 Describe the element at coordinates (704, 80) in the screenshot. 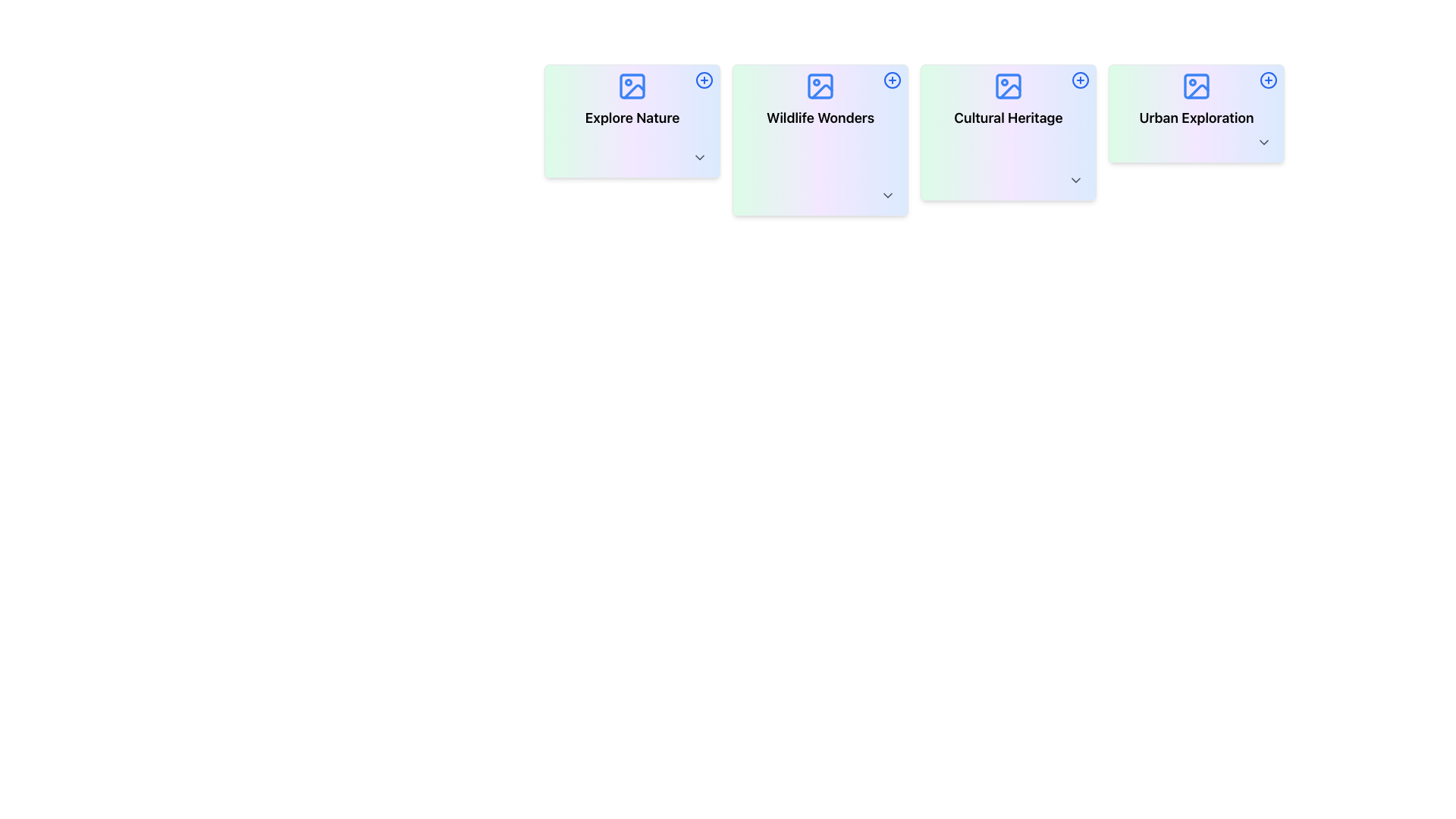

I see `the circular icon button with a blue outline and inner plus symbol located at the top-right corner of the 'Explore Nature' card` at that location.